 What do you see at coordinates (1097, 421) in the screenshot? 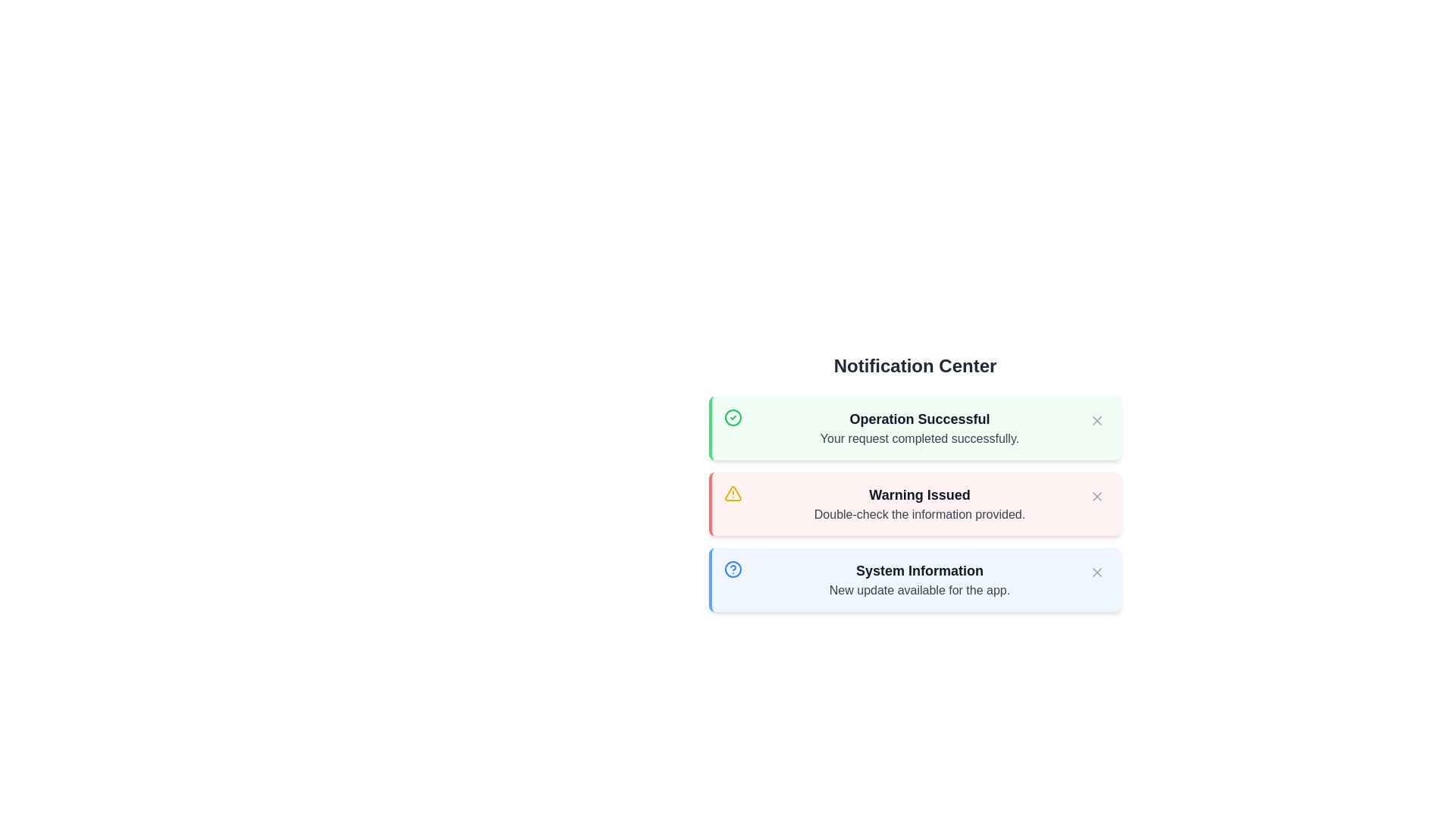
I see `the close button decorated with an icon located at the far-right of the 'Operation Successful' banner` at bounding box center [1097, 421].